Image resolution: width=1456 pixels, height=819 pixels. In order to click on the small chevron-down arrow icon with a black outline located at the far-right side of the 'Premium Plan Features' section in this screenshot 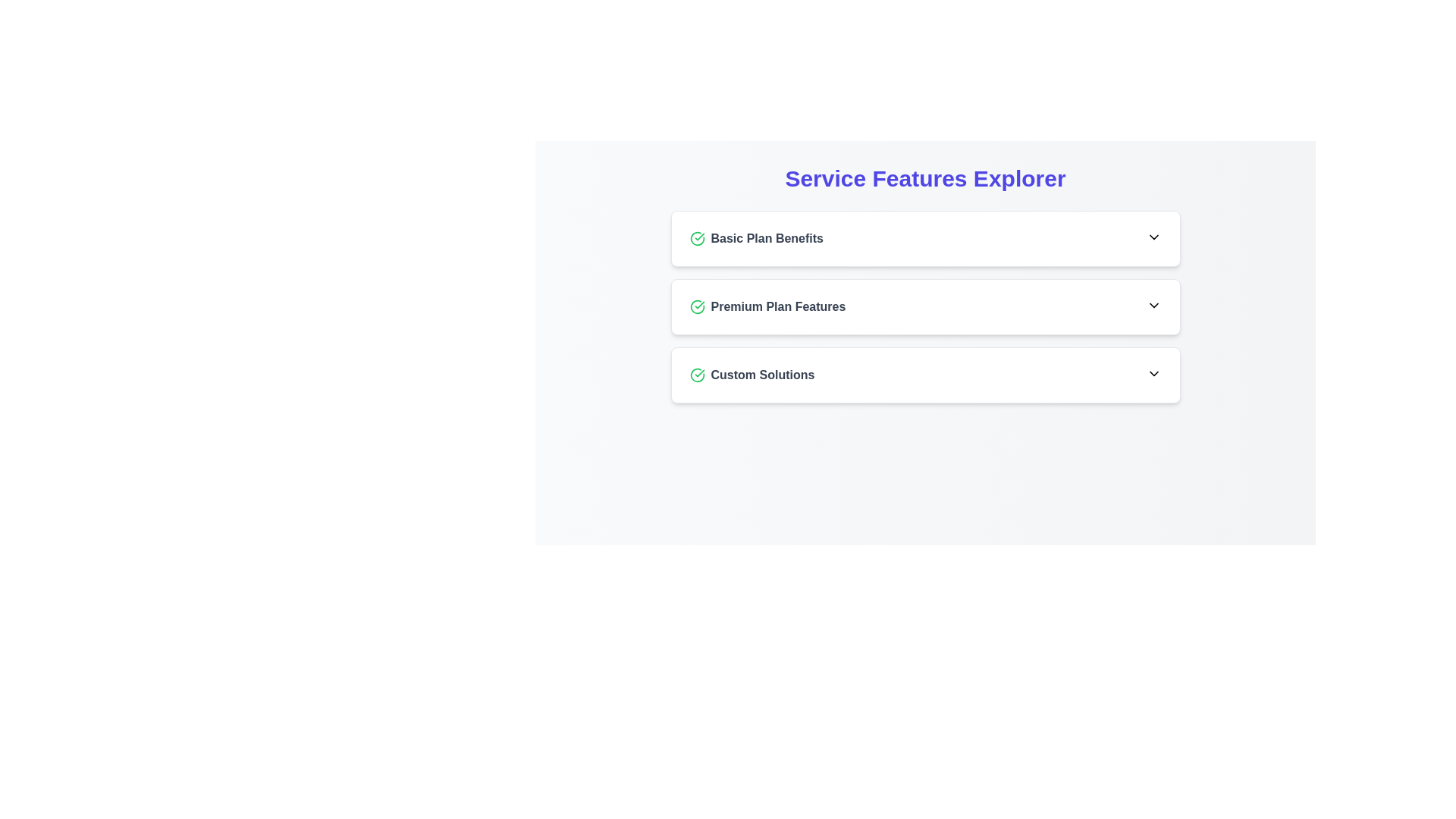, I will do `click(1153, 305)`.